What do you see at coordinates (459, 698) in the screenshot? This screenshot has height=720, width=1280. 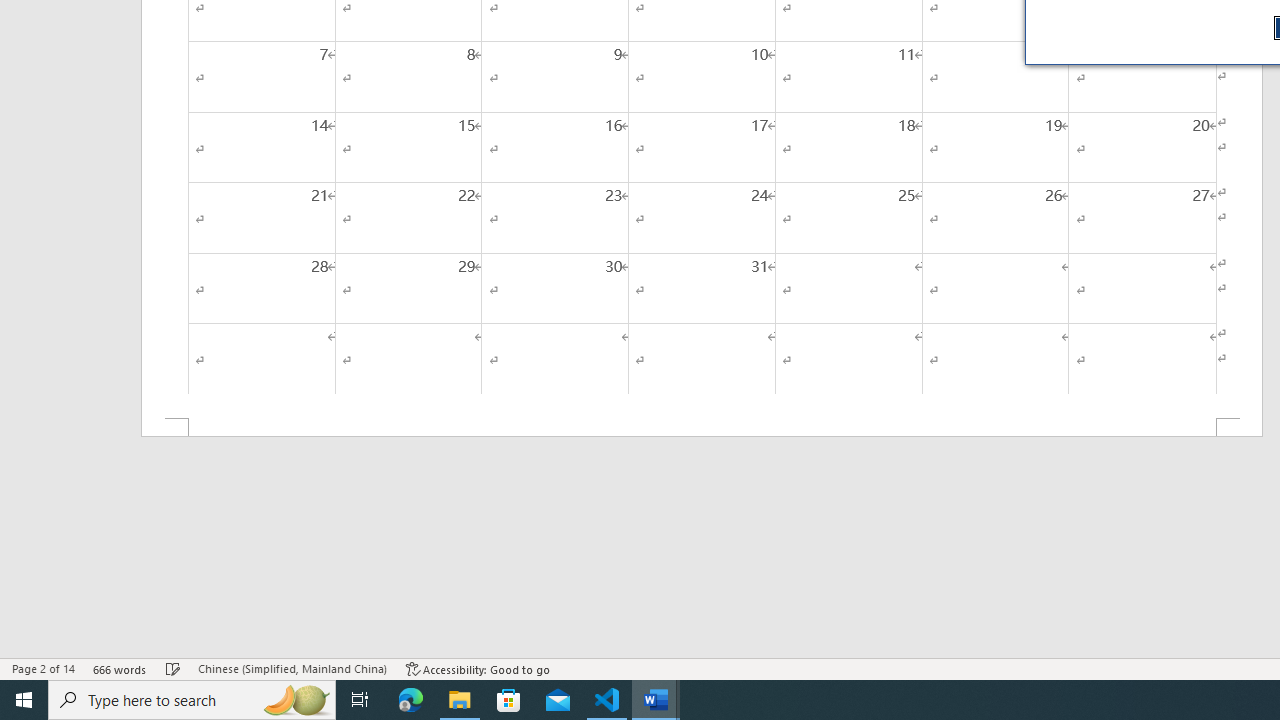 I see `'File Explorer - 1 running window'` at bounding box center [459, 698].